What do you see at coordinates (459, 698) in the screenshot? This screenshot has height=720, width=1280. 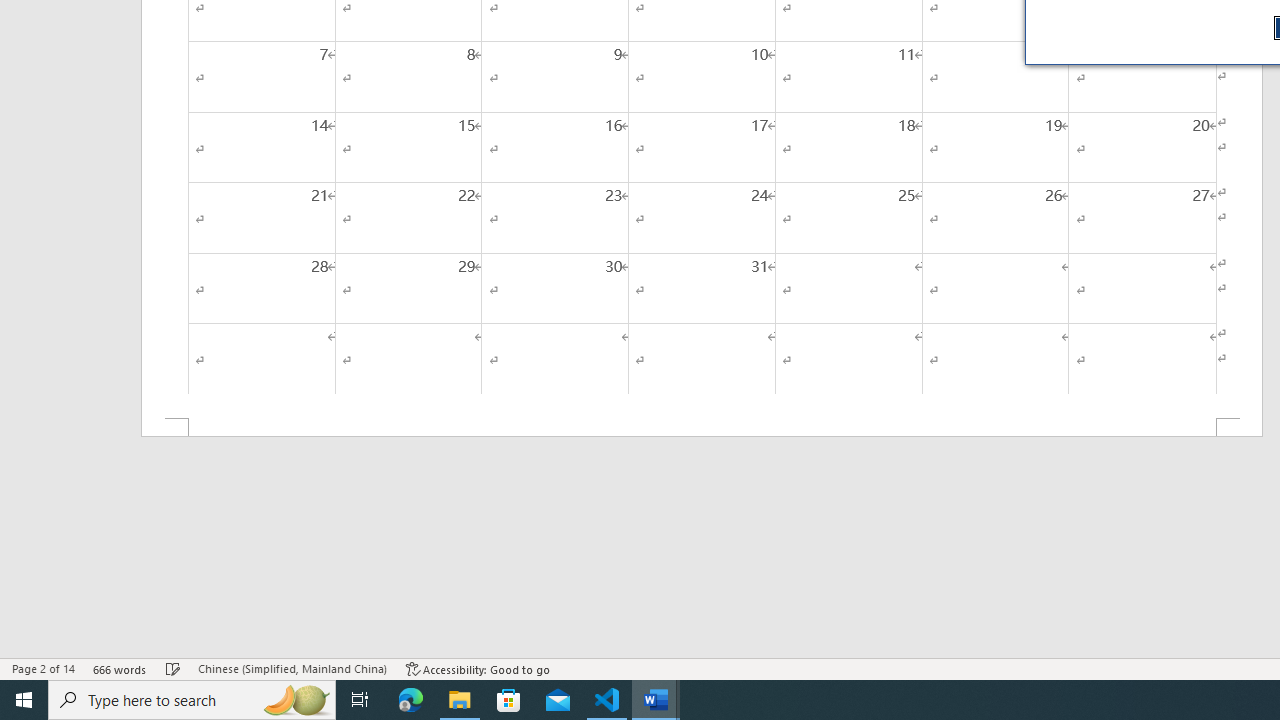 I see `'File Explorer - 1 running window'` at bounding box center [459, 698].